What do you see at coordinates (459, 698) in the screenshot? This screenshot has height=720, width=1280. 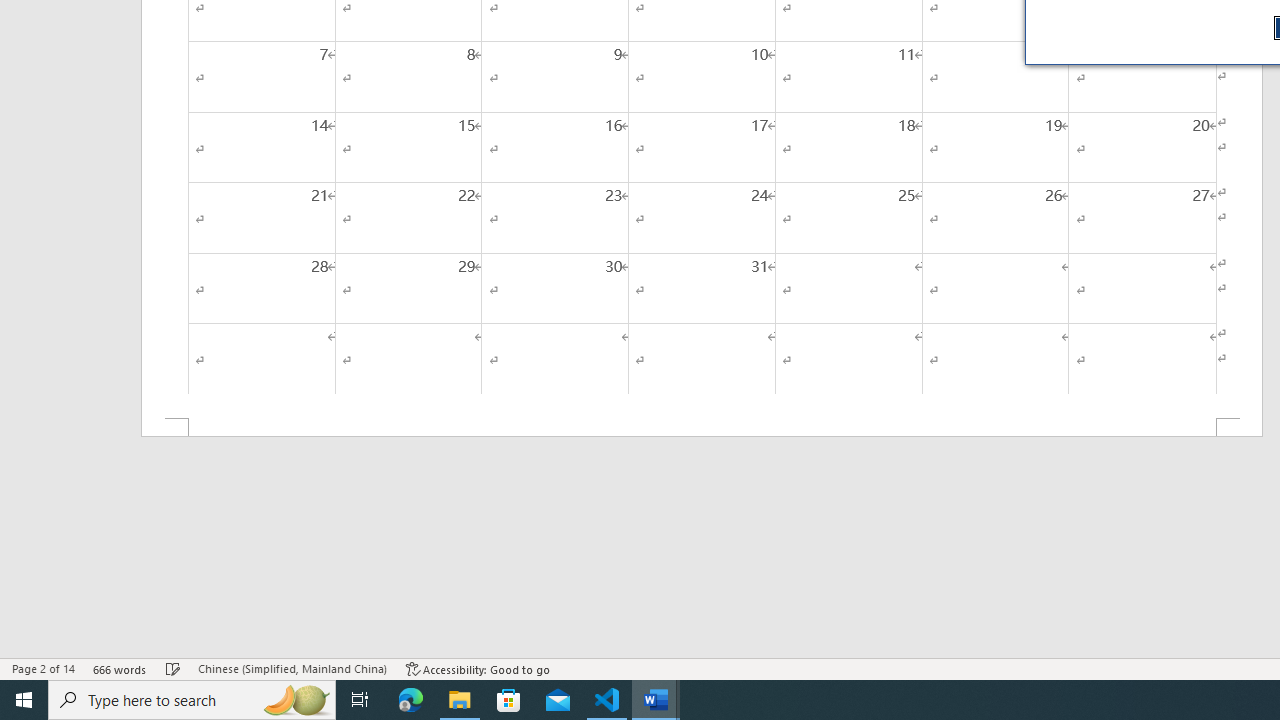 I see `'File Explorer - 1 running window'` at bounding box center [459, 698].